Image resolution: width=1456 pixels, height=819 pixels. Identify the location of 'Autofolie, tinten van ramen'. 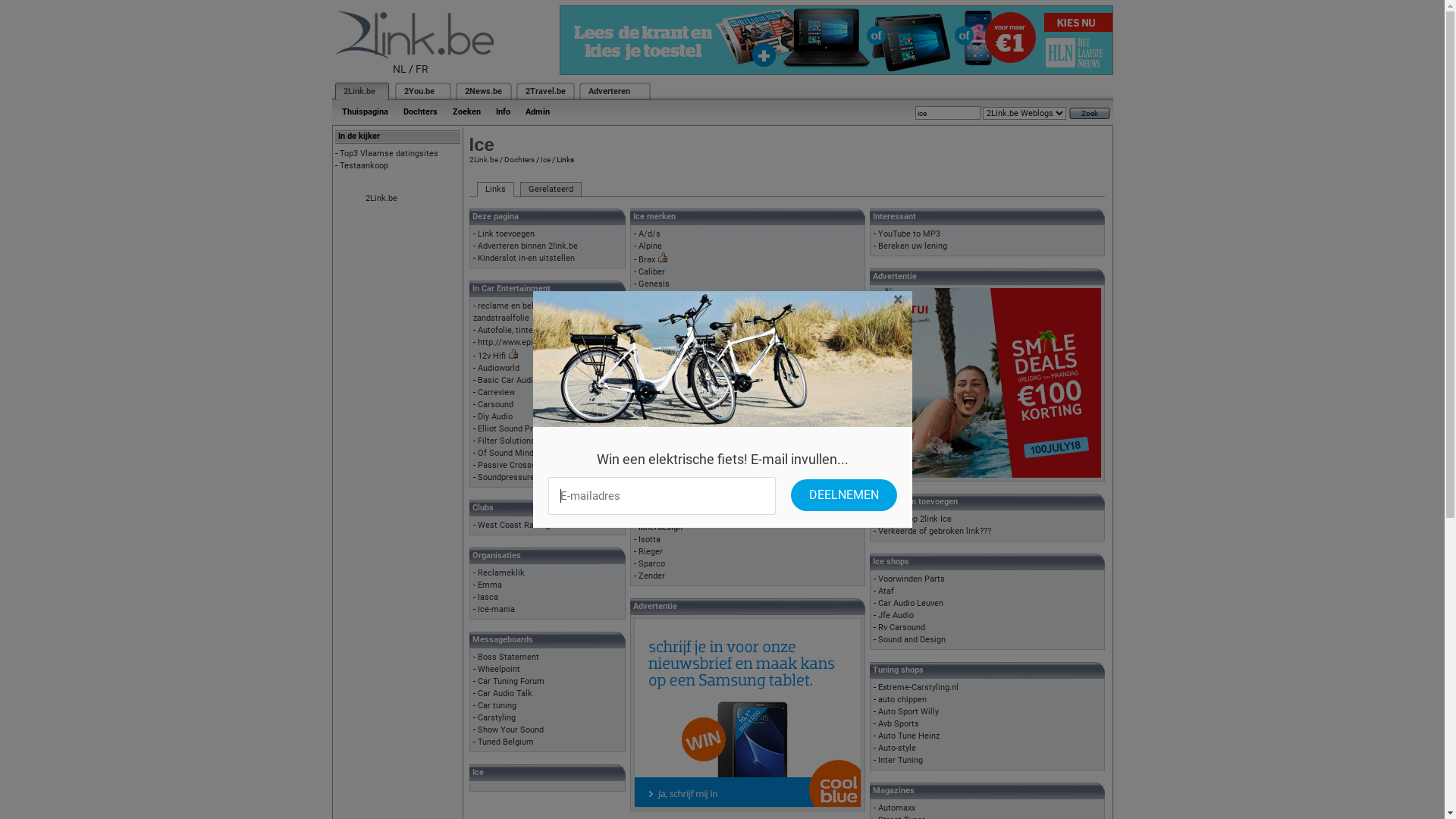
(528, 329).